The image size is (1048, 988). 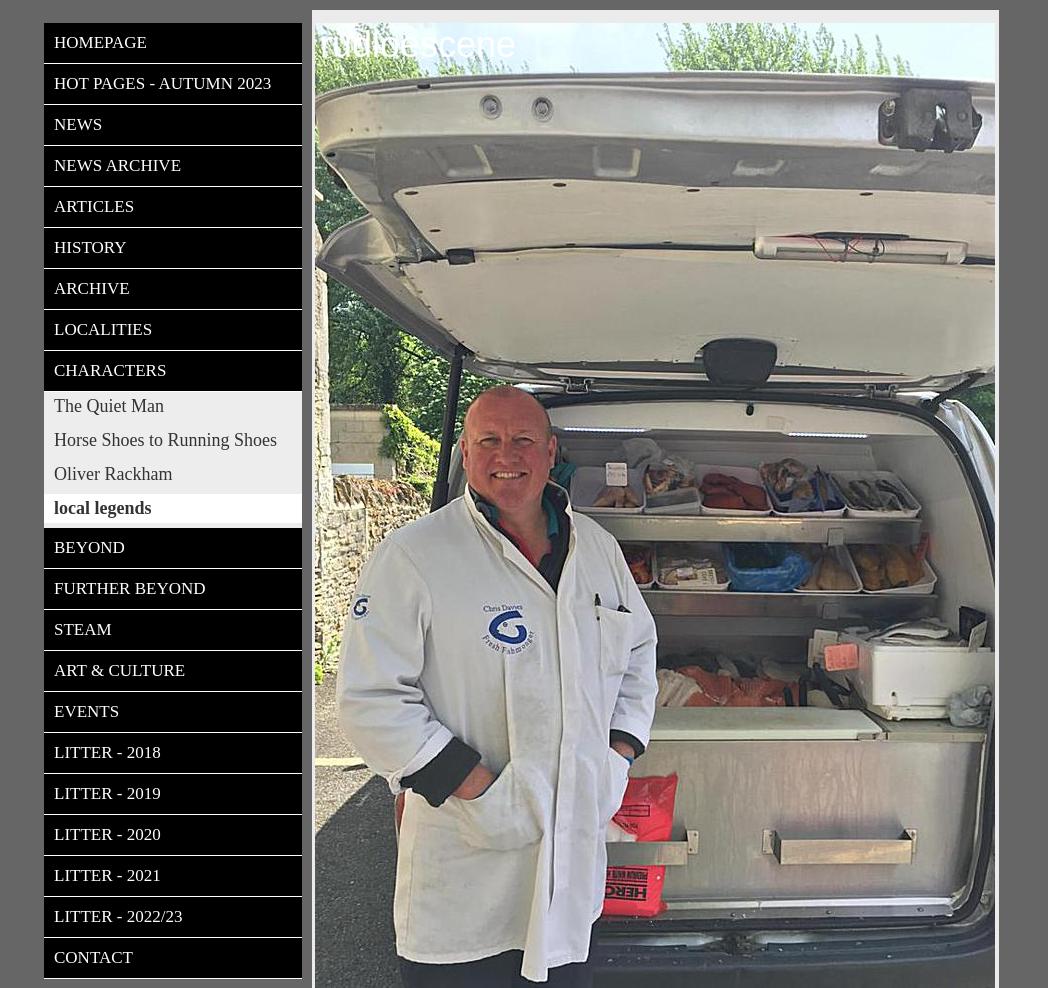 I want to click on 'News Archive', so click(x=116, y=164).